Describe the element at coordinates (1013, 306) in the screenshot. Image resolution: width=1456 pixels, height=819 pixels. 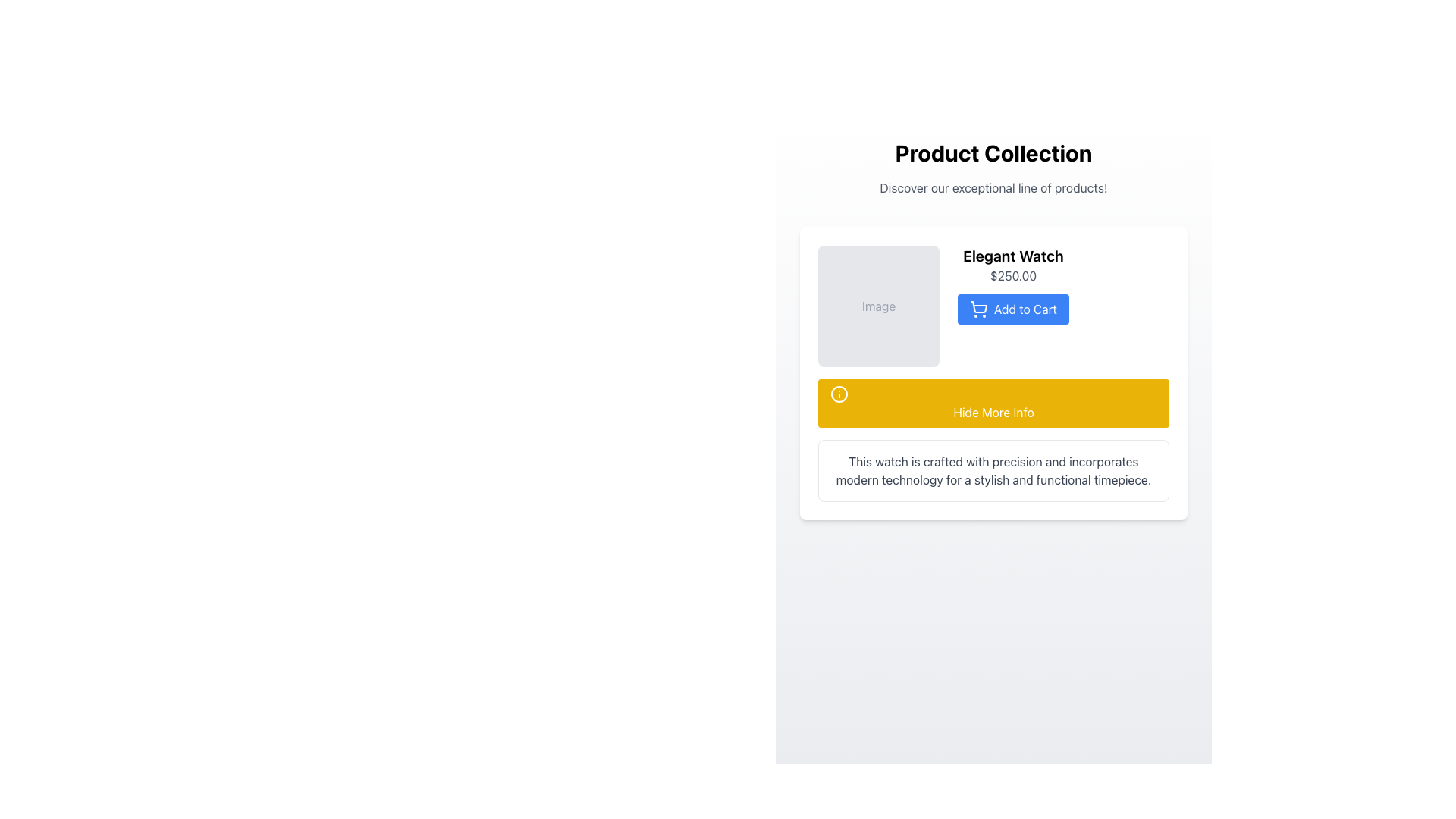
I see `the 'Add to Cart' button for the product 'Elegant Watch'` at that location.